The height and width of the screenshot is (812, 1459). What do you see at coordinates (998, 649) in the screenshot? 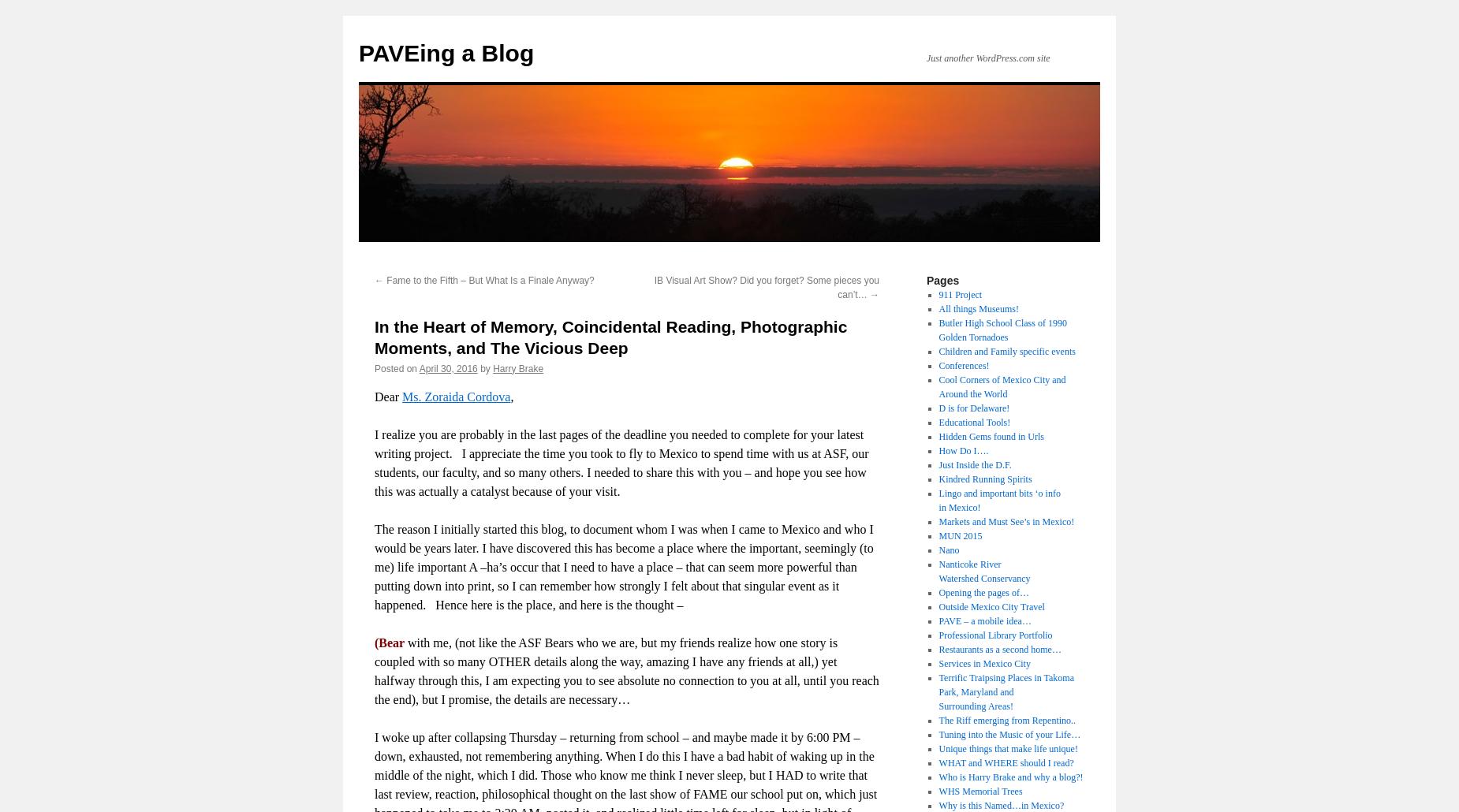
I see `'Restaurants as a second home…'` at bounding box center [998, 649].